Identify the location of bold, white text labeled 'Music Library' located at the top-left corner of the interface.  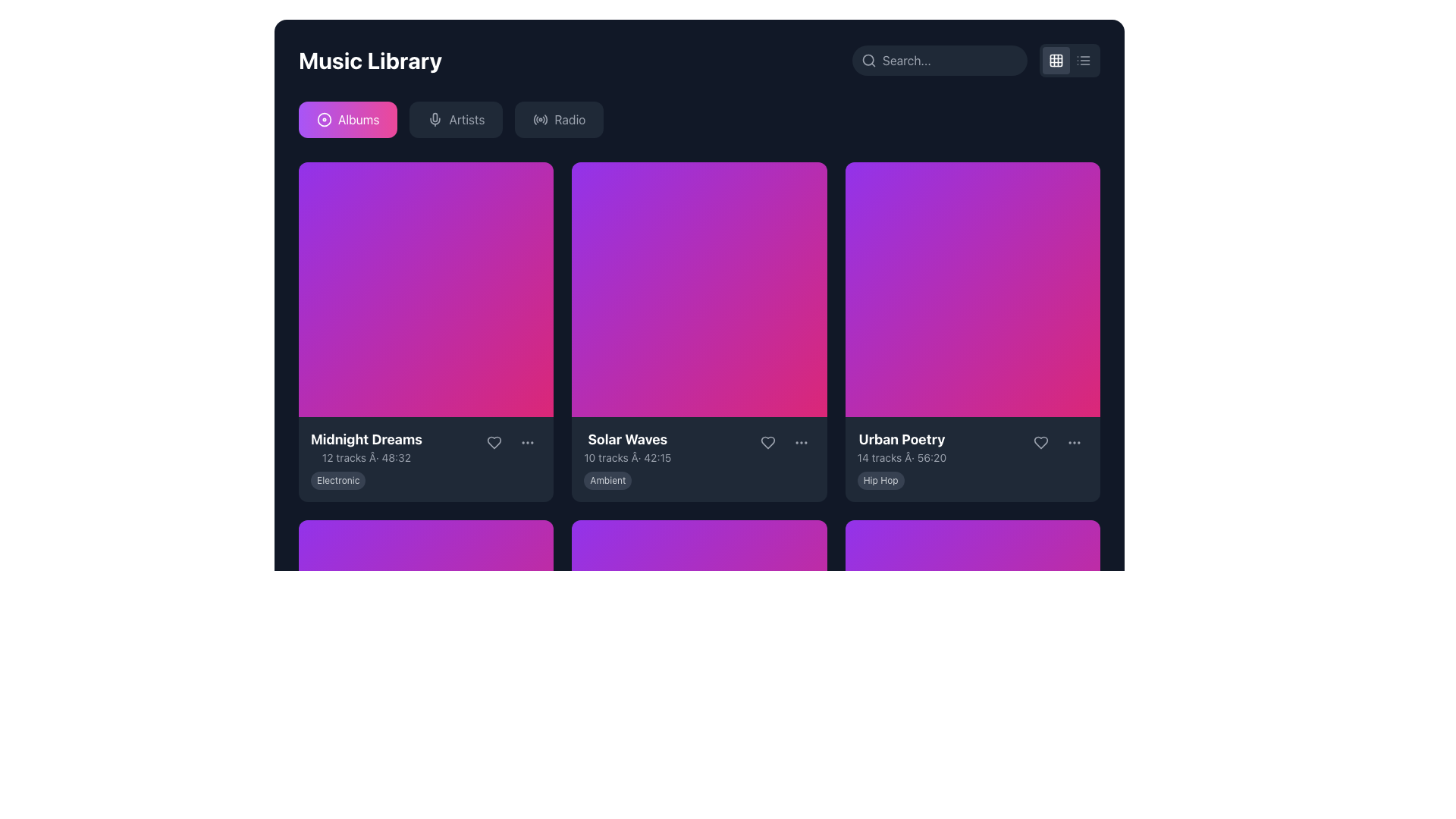
(370, 60).